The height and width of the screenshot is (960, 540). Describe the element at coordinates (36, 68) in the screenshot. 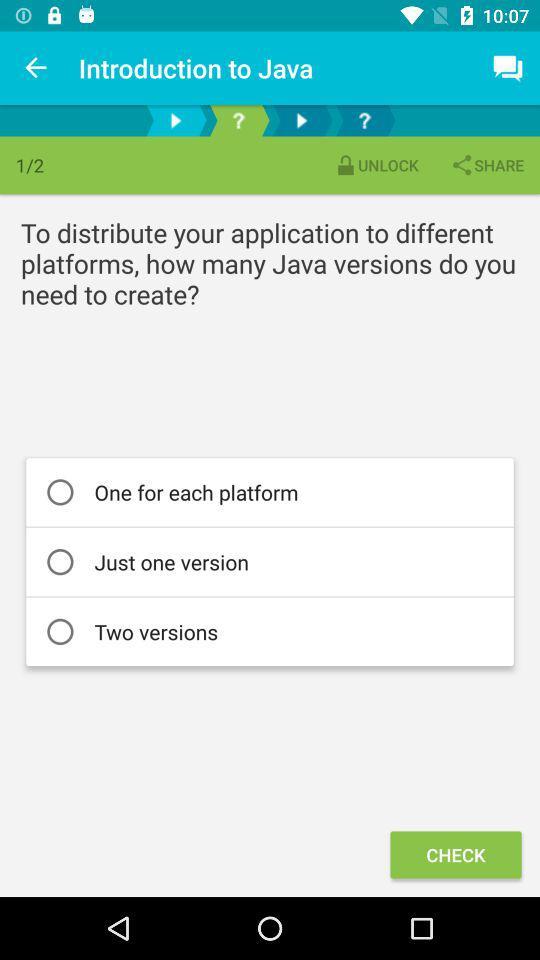

I see `item above 1/2` at that location.